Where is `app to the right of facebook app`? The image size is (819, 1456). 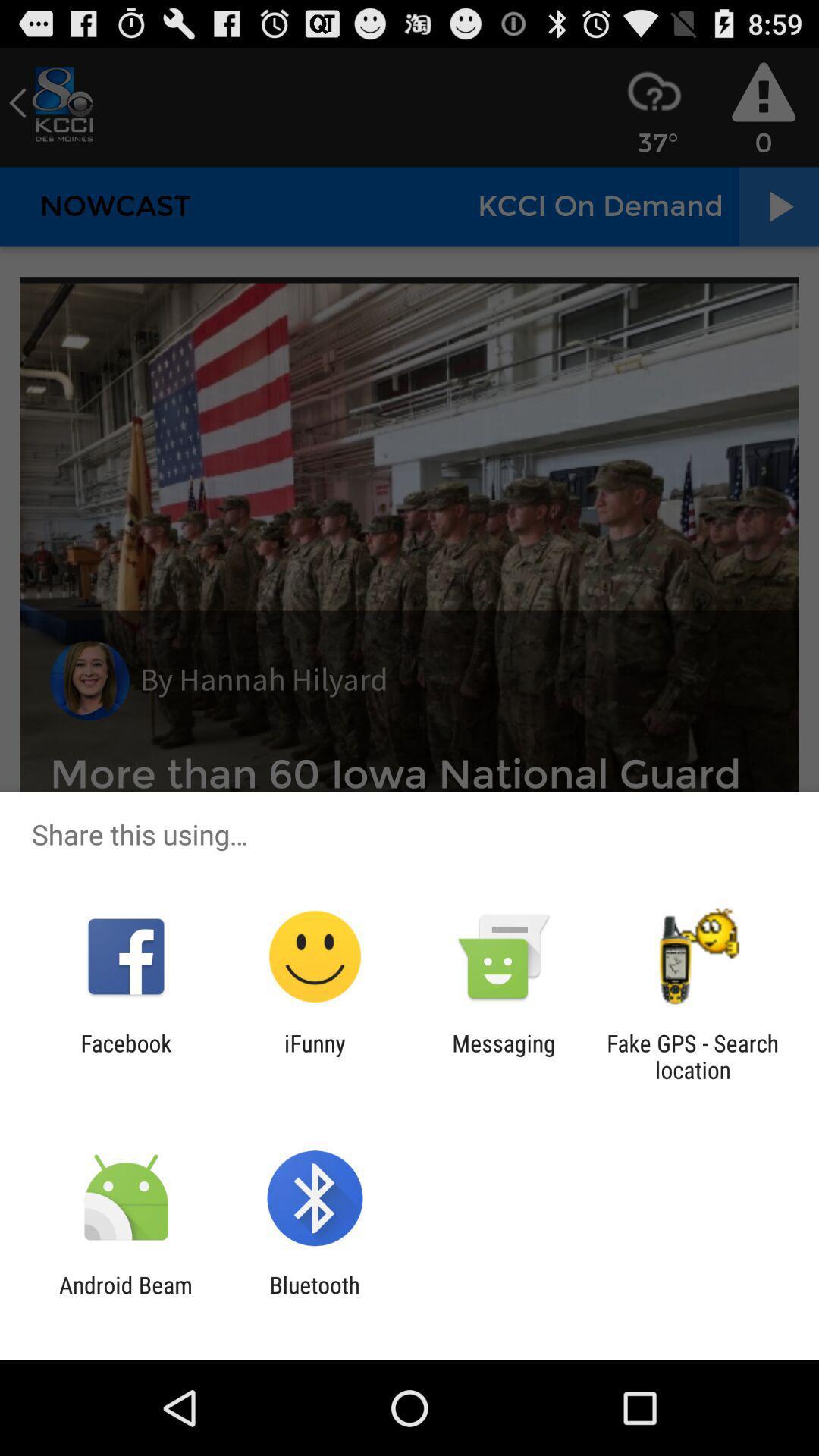 app to the right of facebook app is located at coordinates (314, 1056).